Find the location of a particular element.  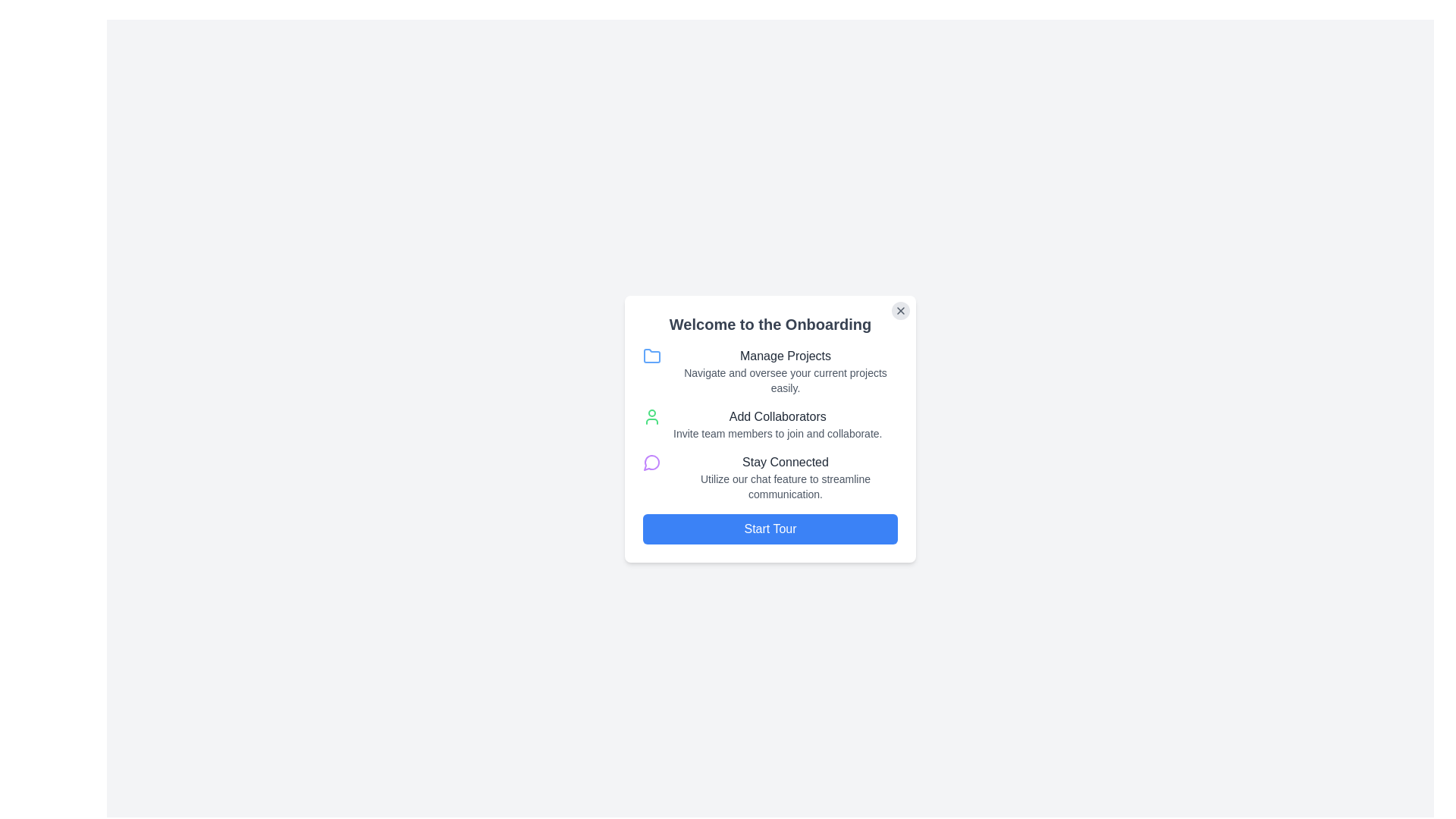

the blue rectangular button labeled 'Start Tour' for keyboard interaction is located at coordinates (770, 529).